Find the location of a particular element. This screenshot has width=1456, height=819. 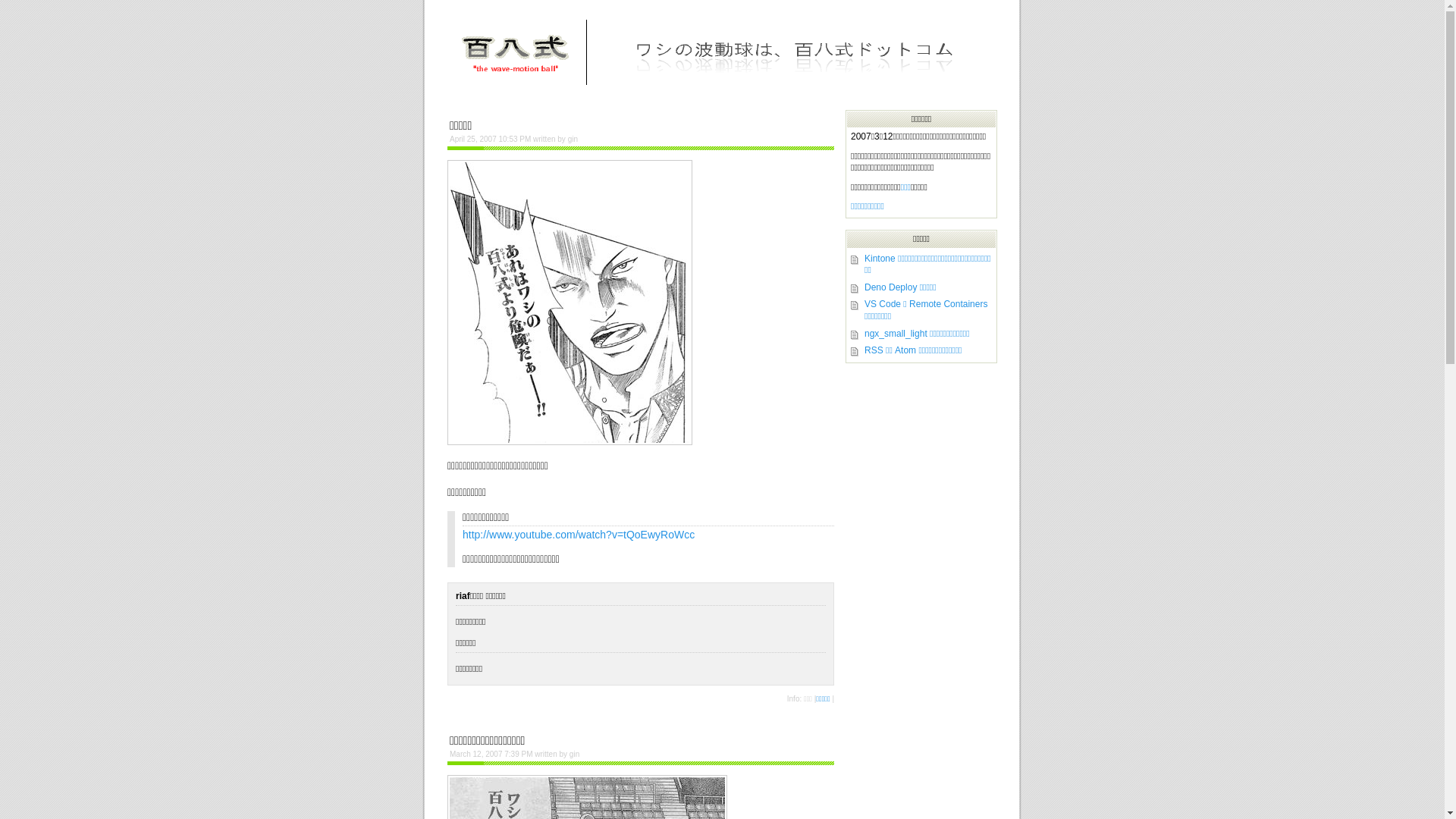

'http://www.youtube.com/watch?v=tQoEwyRoWcc' is located at coordinates (578, 534).